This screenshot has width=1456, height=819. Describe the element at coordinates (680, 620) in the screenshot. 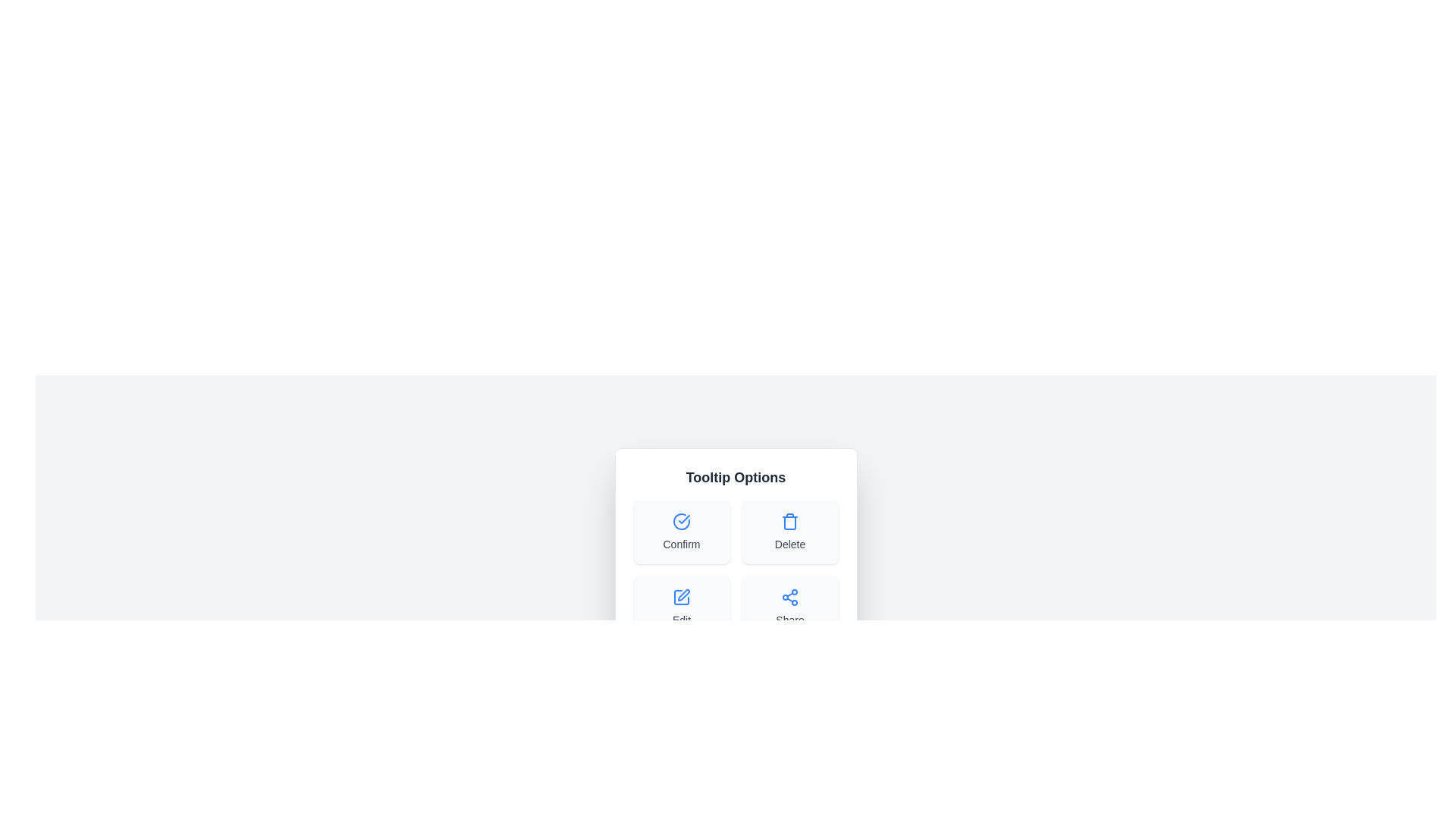

I see `the text label that describes the editing button located underneath the editing icon in the card-like structure` at that location.